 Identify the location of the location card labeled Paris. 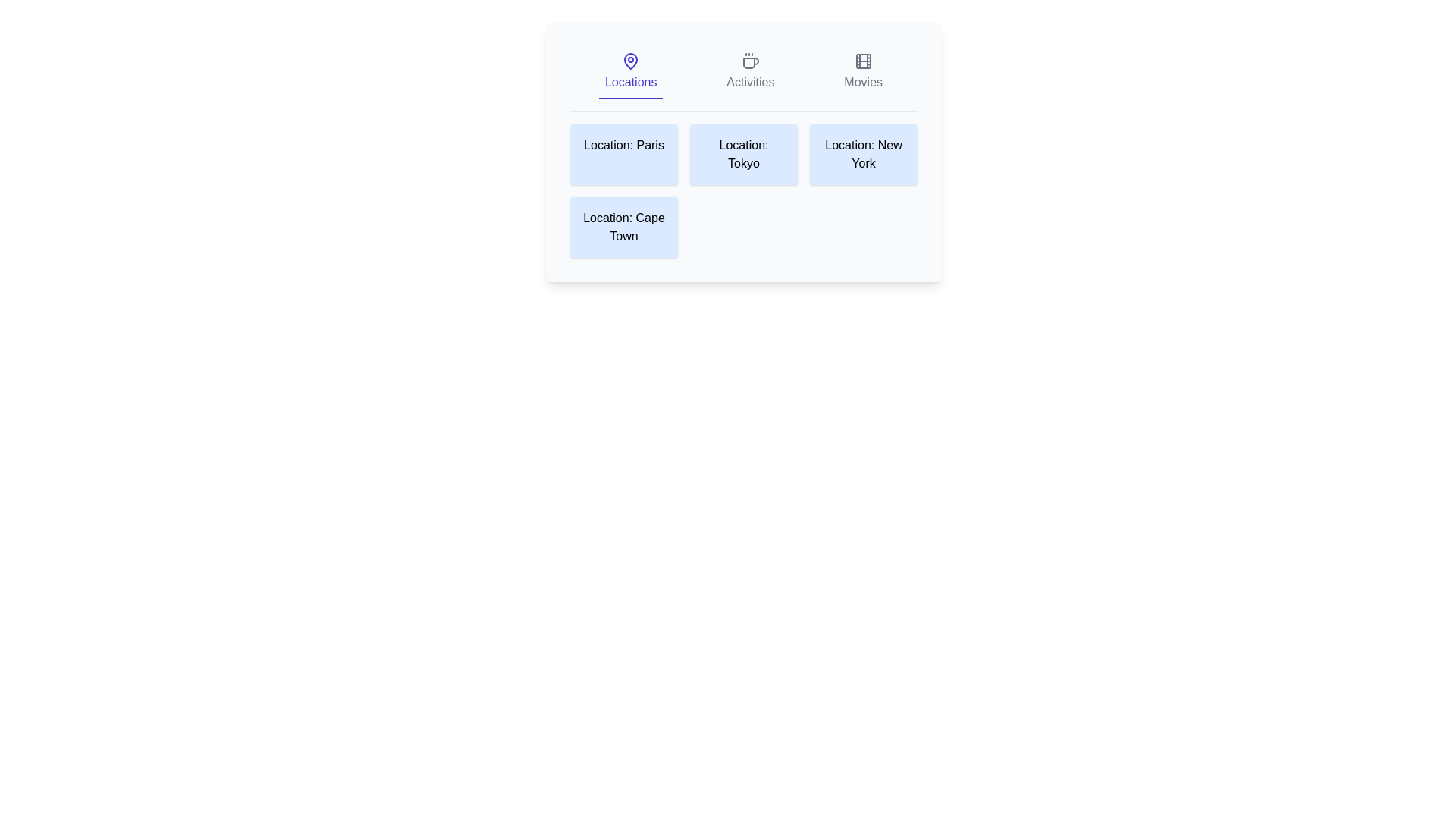
(623, 155).